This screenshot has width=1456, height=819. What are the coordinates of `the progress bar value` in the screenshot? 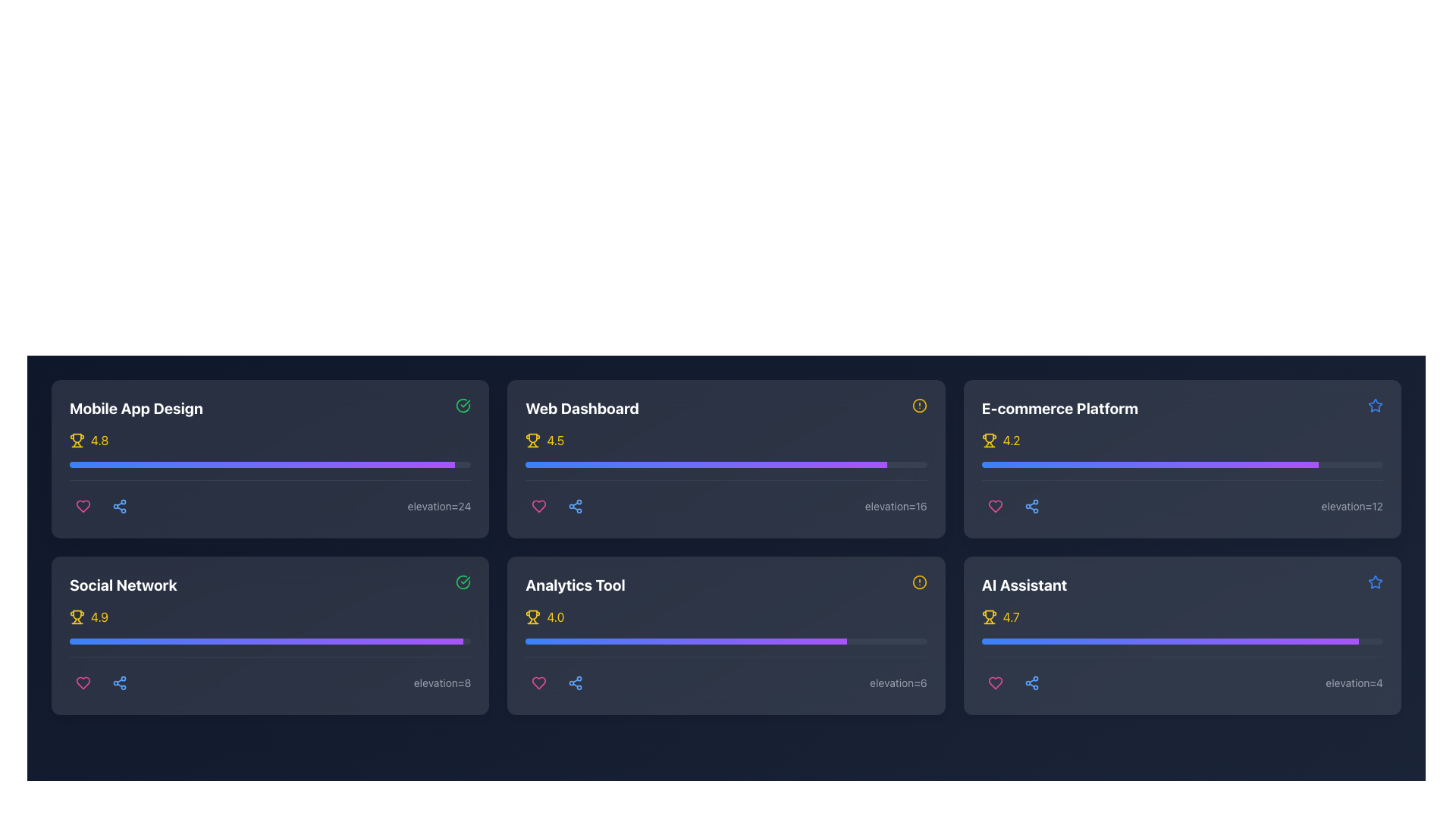 It's located at (1150, 464).